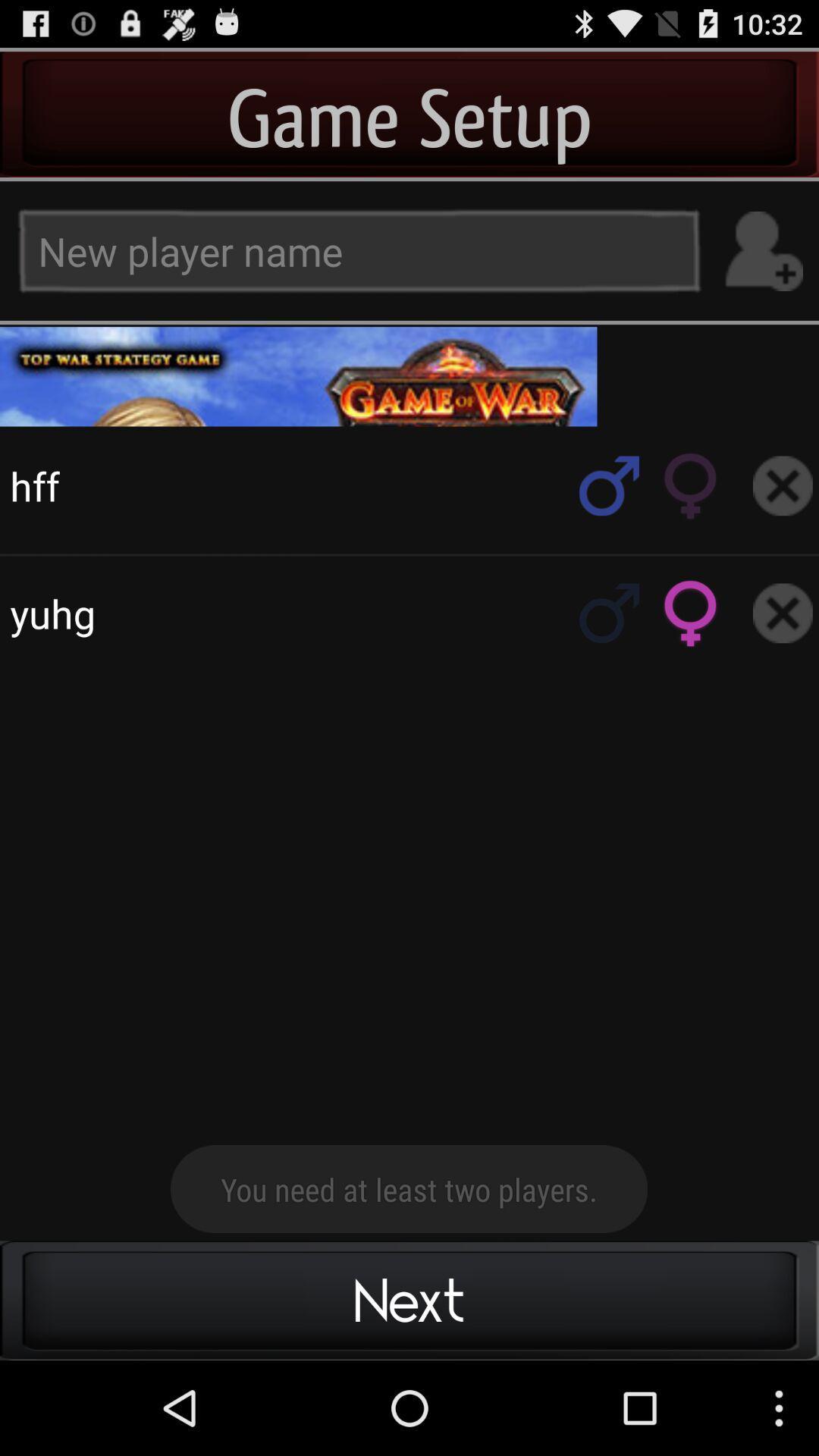 The width and height of the screenshot is (819, 1456). I want to click on male gender, so click(608, 613).